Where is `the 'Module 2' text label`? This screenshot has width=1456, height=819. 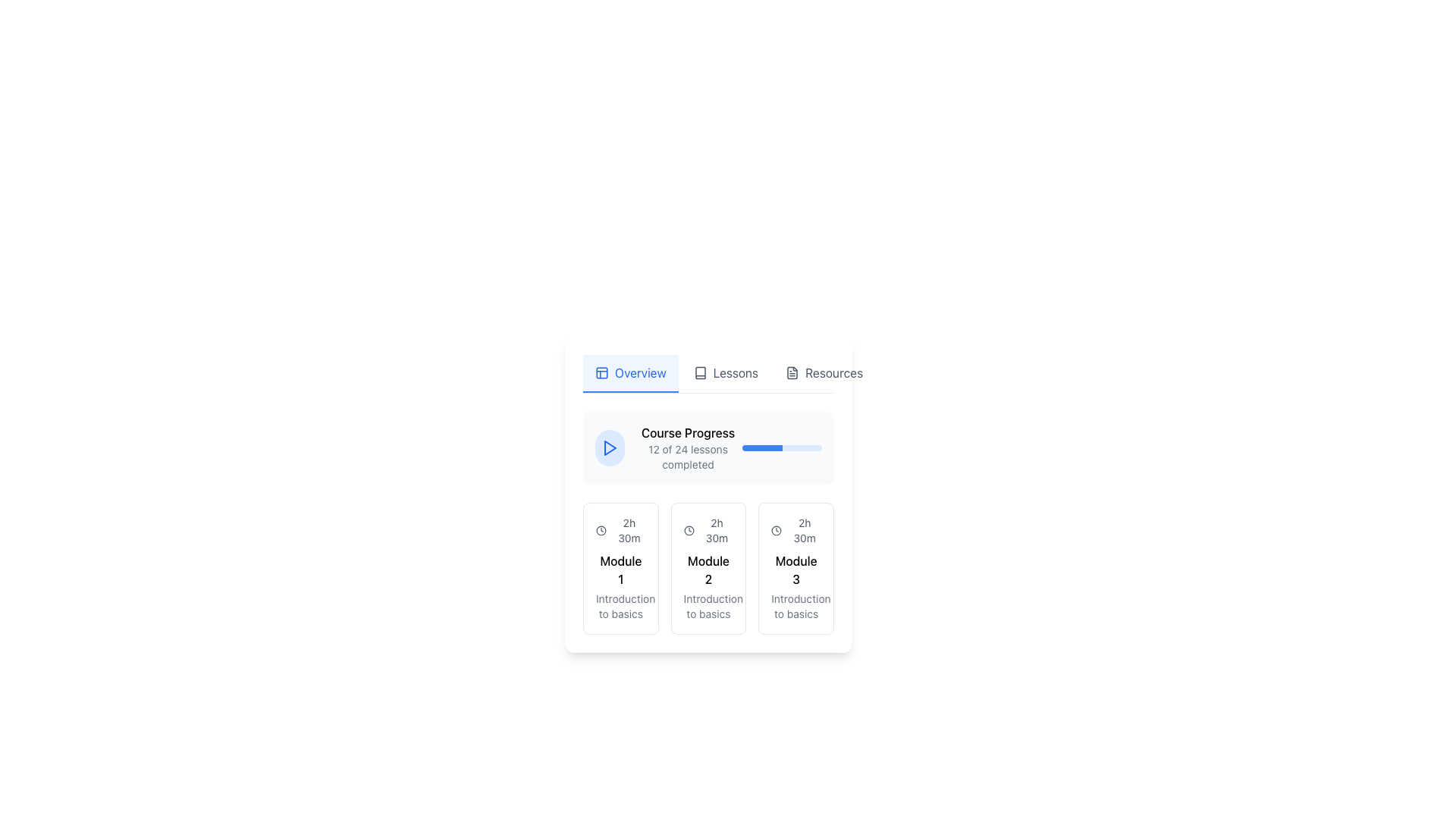
the 'Module 2' text label is located at coordinates (708, 570).